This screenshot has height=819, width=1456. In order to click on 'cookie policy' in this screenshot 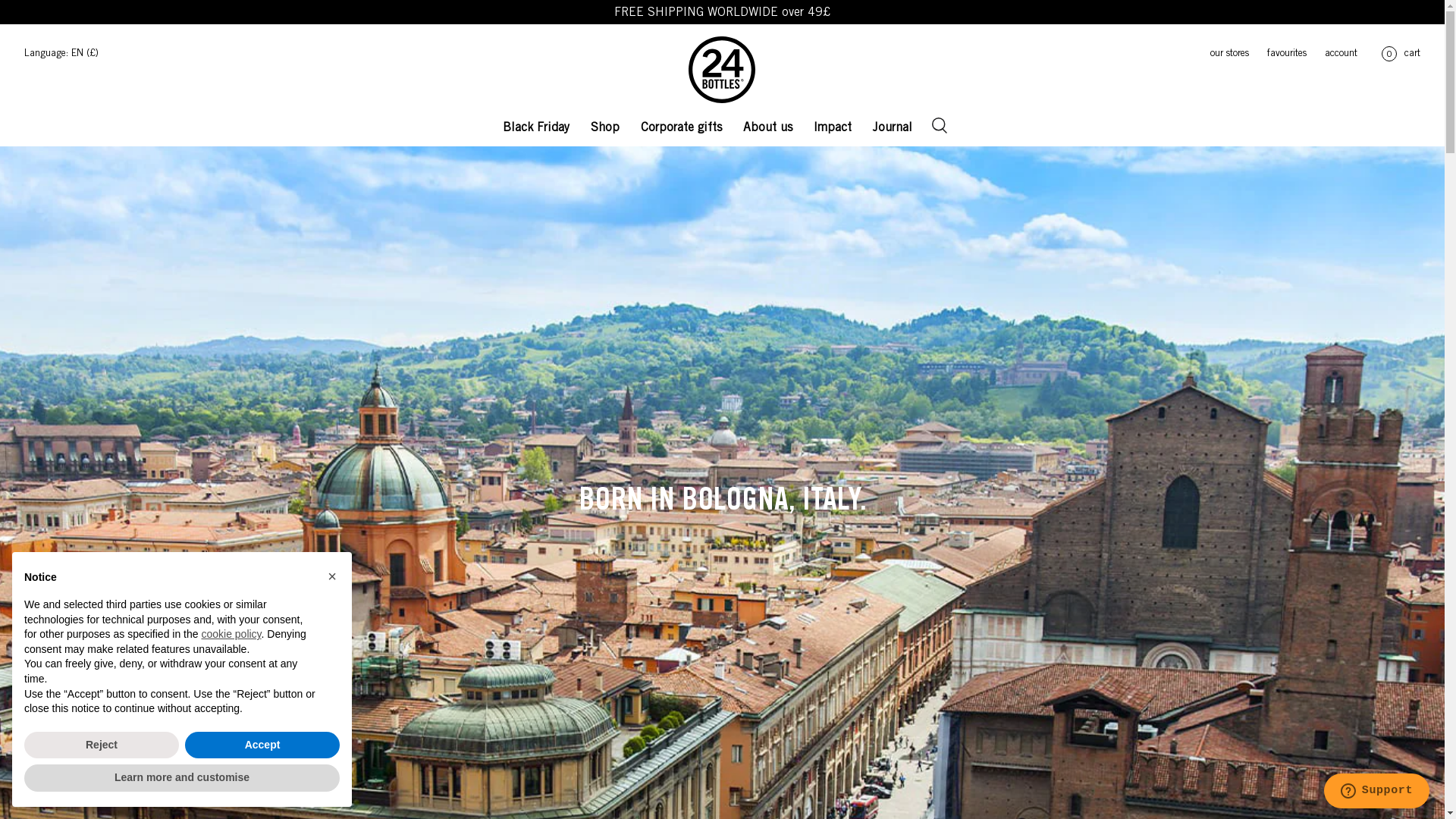, I will do `click(230, 634)`.